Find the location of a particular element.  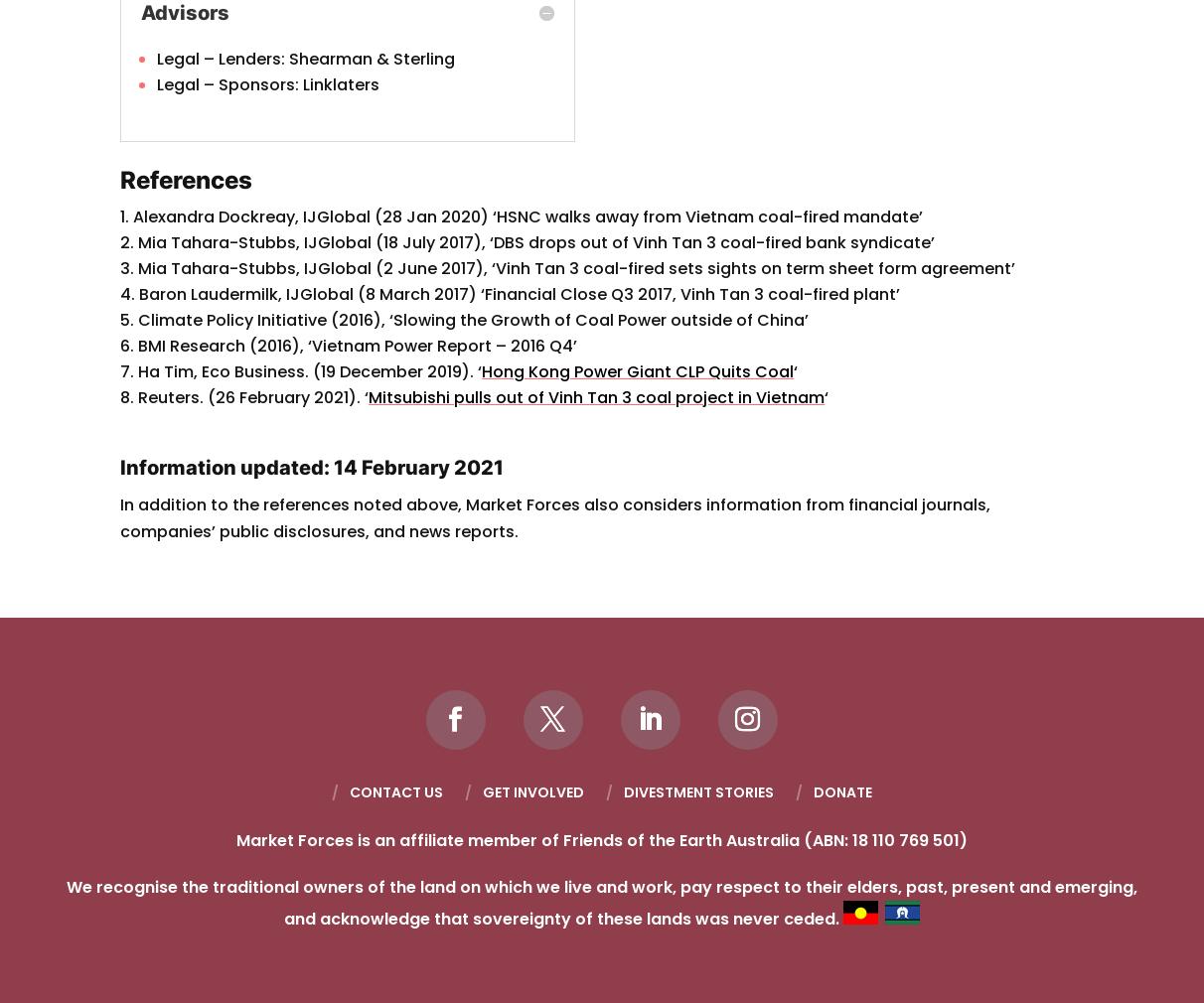

'We recognise the traditional owners of the land on which we live and work, pay respect to their elders, past, present and emerging, and acknowledge that sovereignty of these lands was never ceded.' is located at coordinates (601, 903).